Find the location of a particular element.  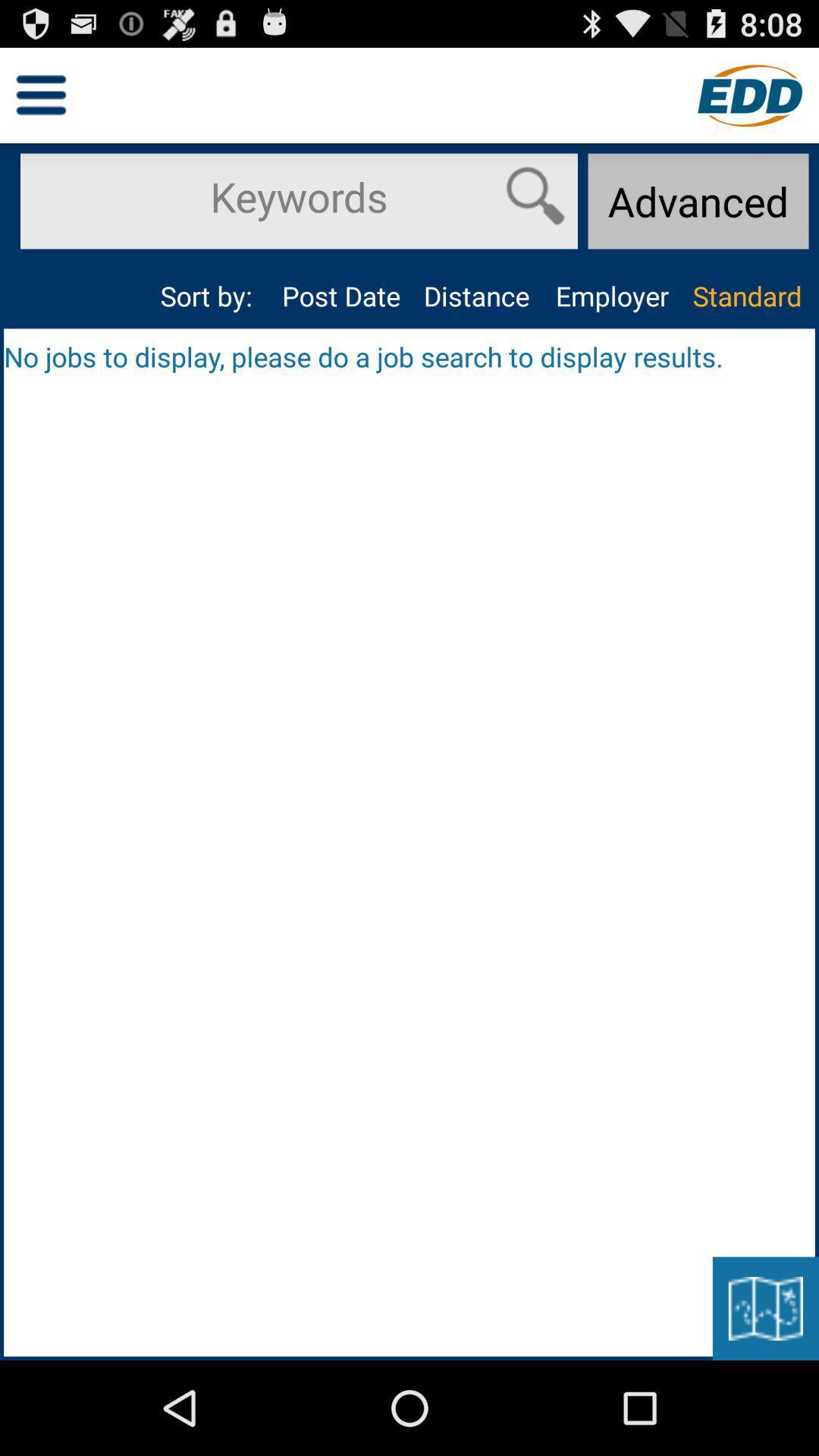

the app to the right of the distance app is located at coordinates (610, 296).